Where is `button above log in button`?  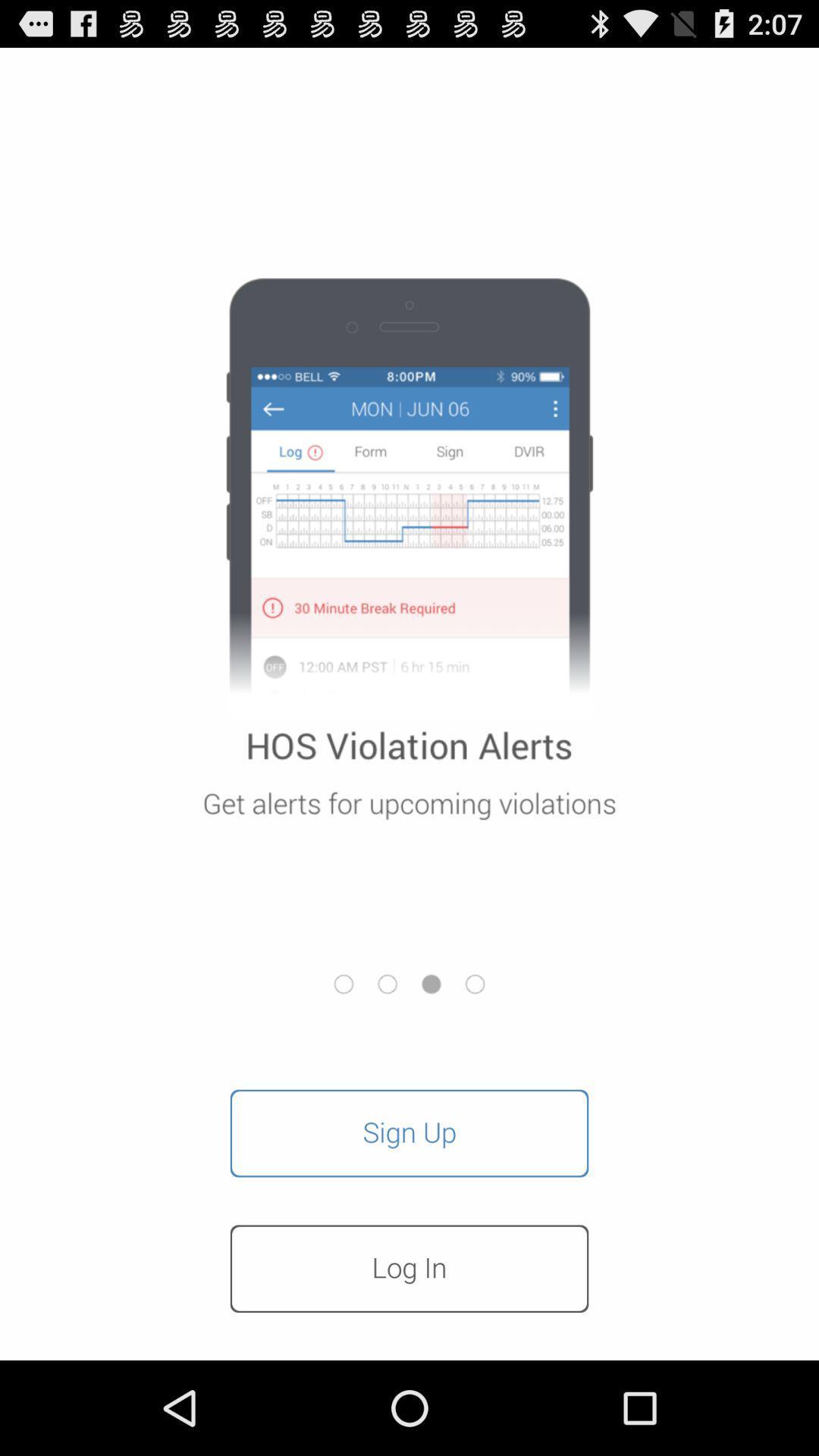
button above log in button is located at coordinates (409, 1133).